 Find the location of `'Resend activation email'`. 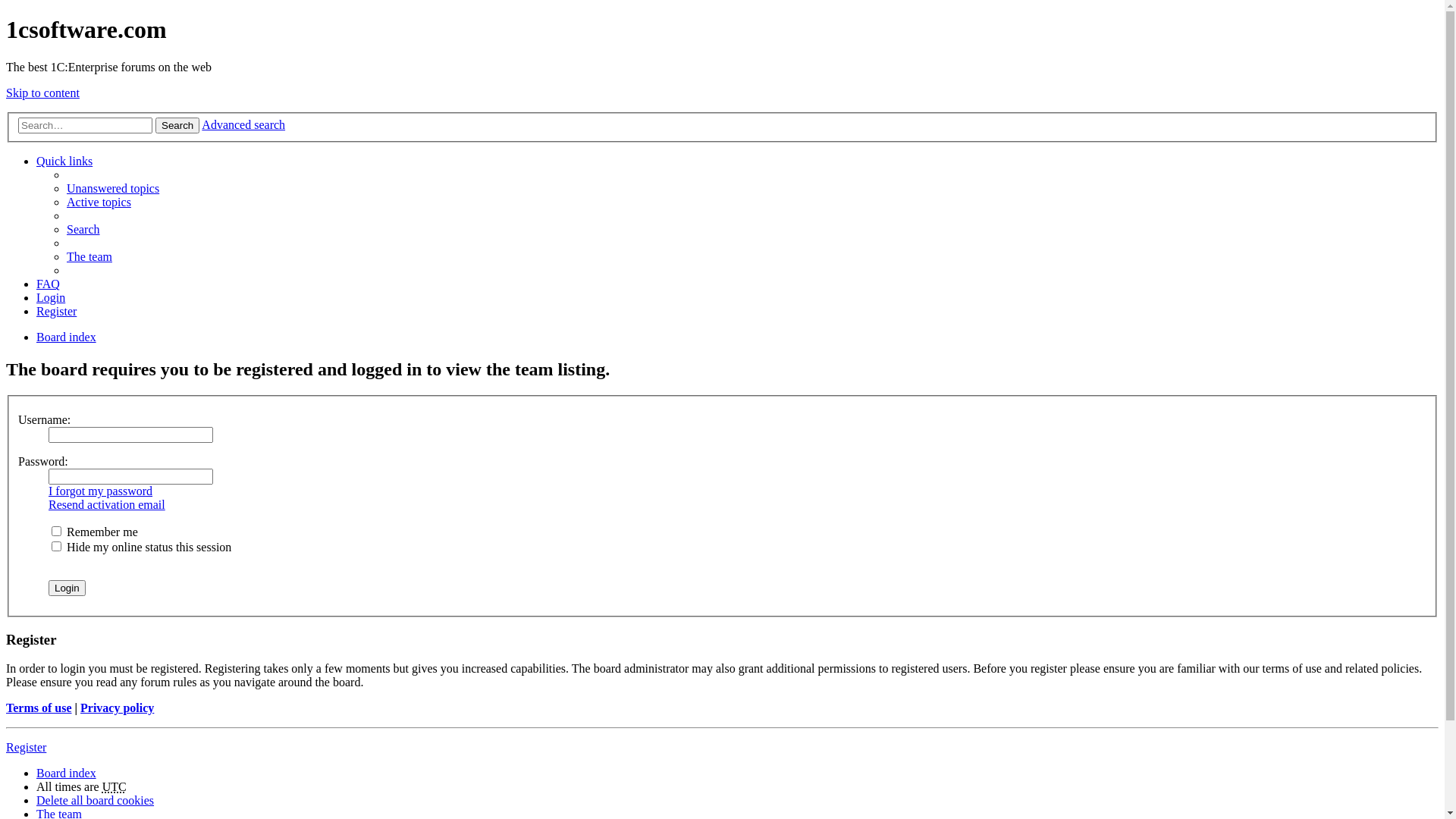

'Resend activation email' is located at coordinates (105, 504).